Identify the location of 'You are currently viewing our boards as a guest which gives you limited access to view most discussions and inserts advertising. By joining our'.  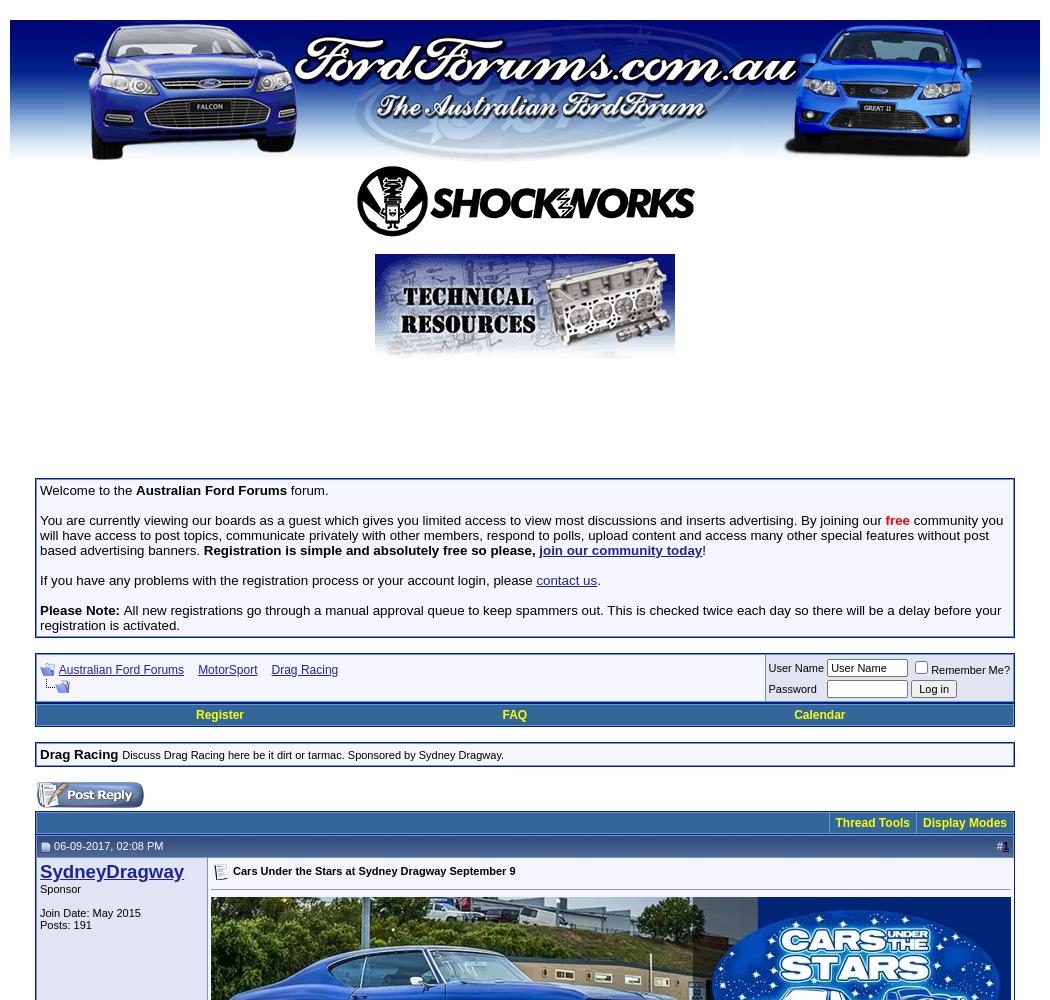
(39, 520).